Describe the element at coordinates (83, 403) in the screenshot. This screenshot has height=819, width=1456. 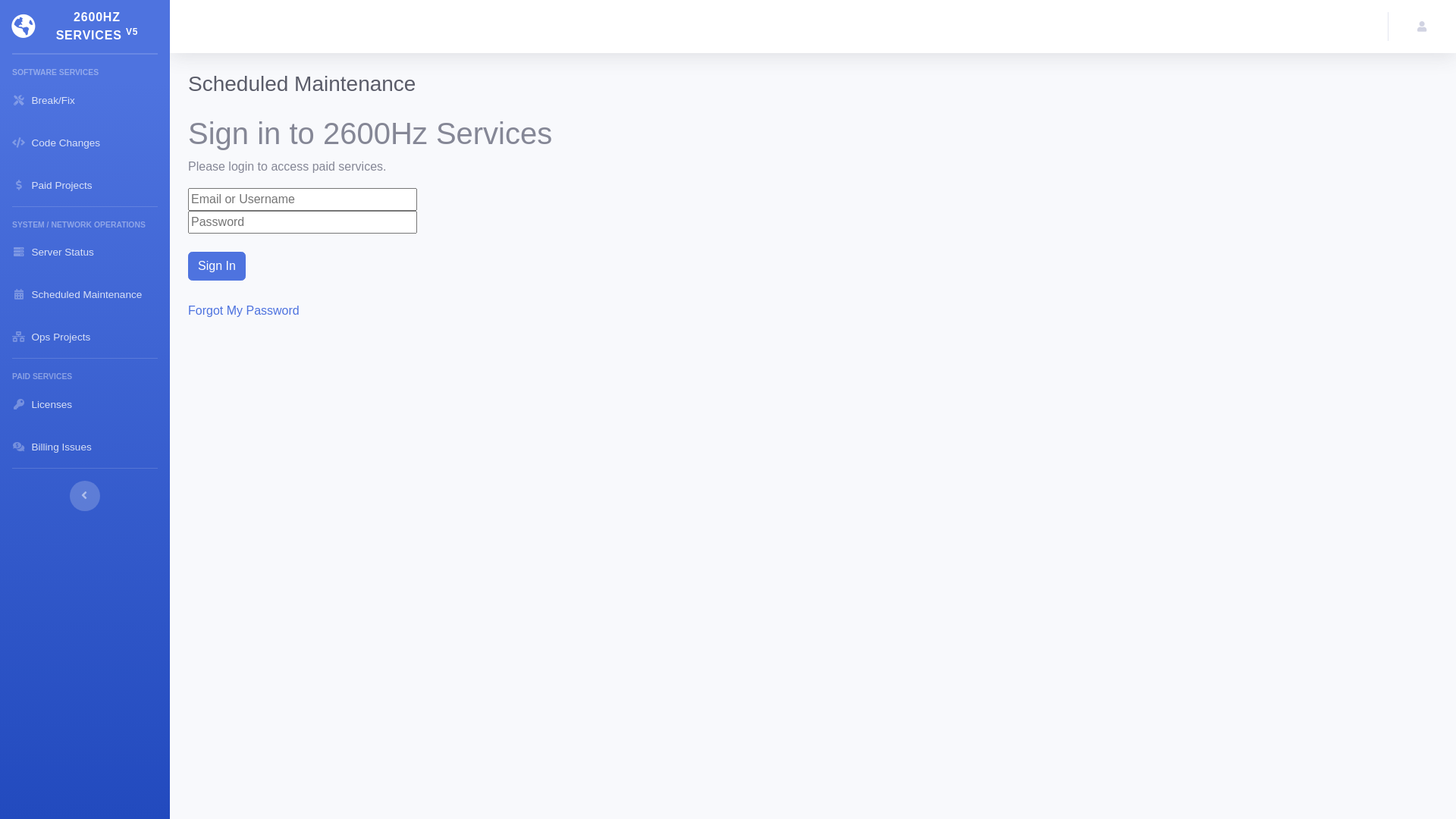
I see `'Licenses'` at that location.